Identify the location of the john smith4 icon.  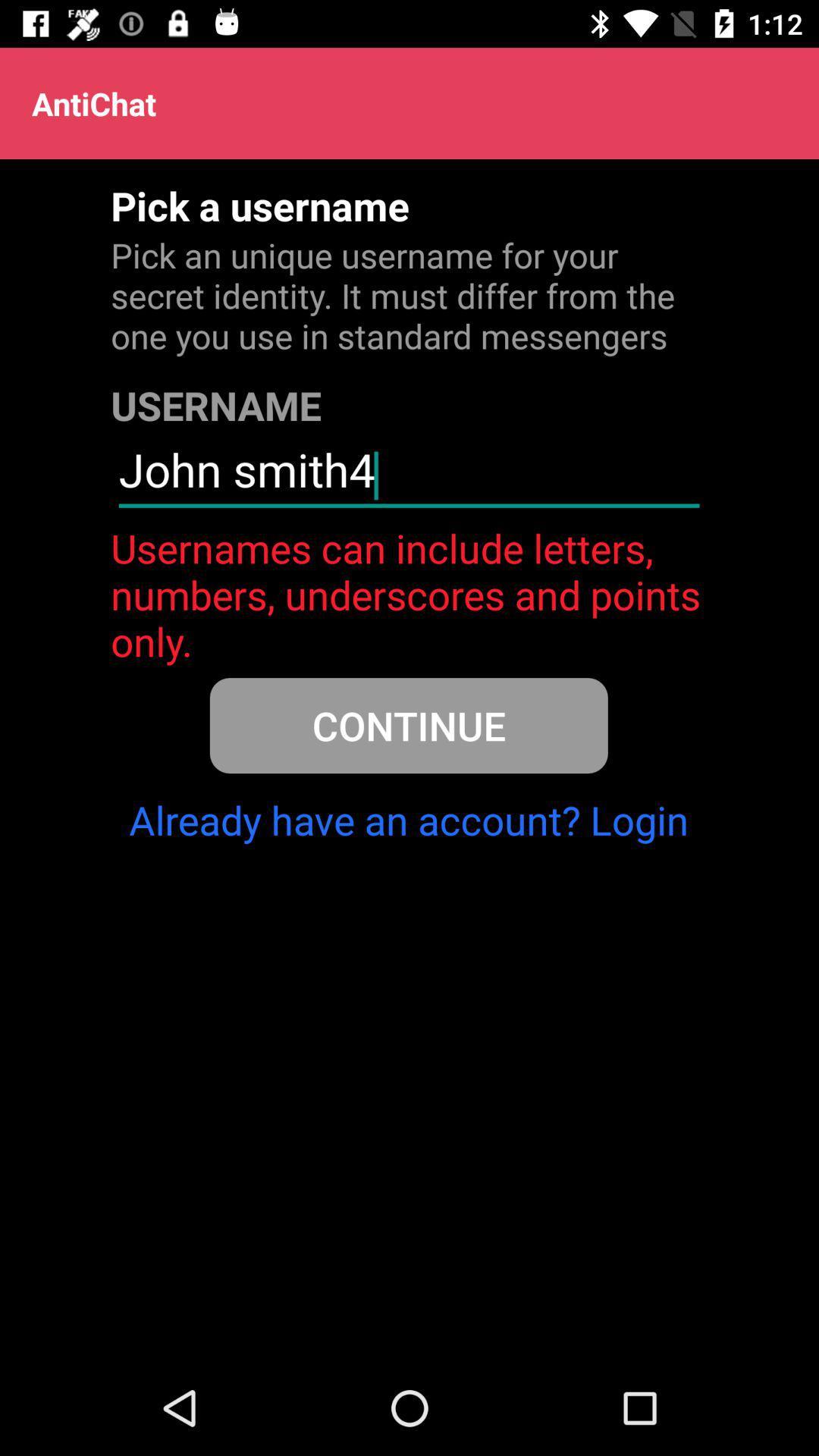
(408, 475).